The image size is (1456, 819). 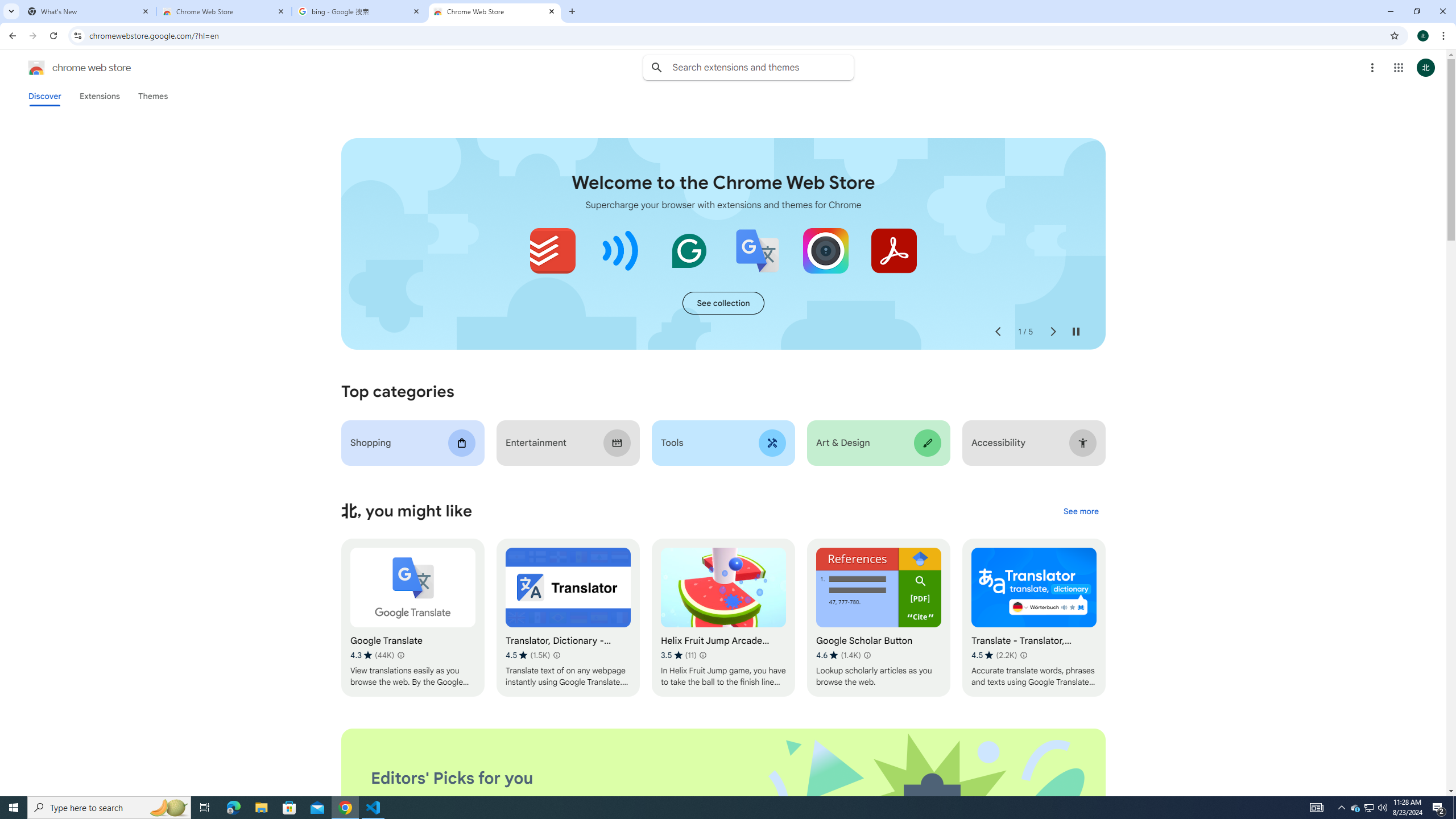 What do you see at coordinates (224, 11) in the screenshot?
I see `'Chrome Web Store'` at bounding box center [224, 11].